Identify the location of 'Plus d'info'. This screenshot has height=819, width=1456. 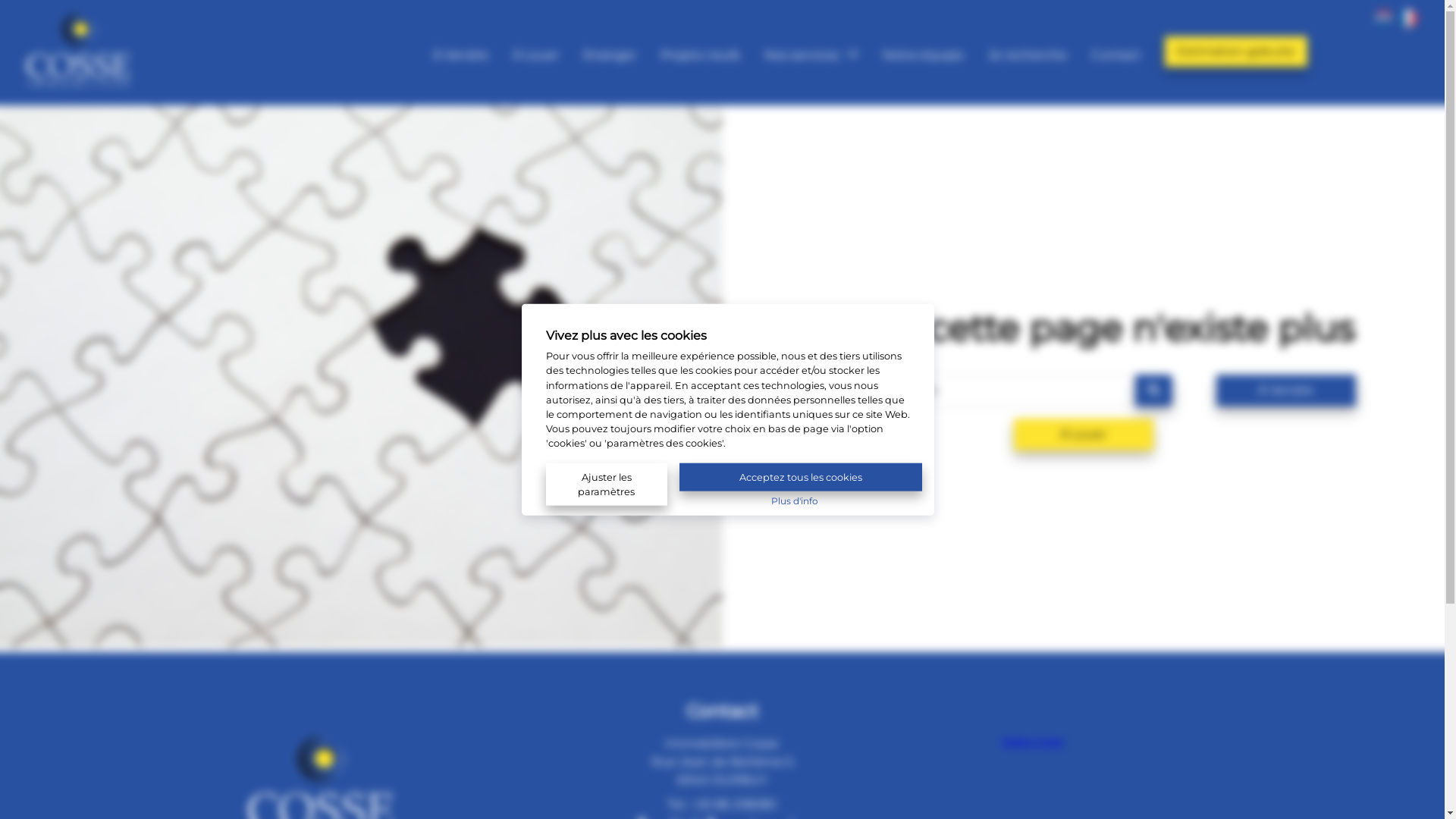
(793, 499).